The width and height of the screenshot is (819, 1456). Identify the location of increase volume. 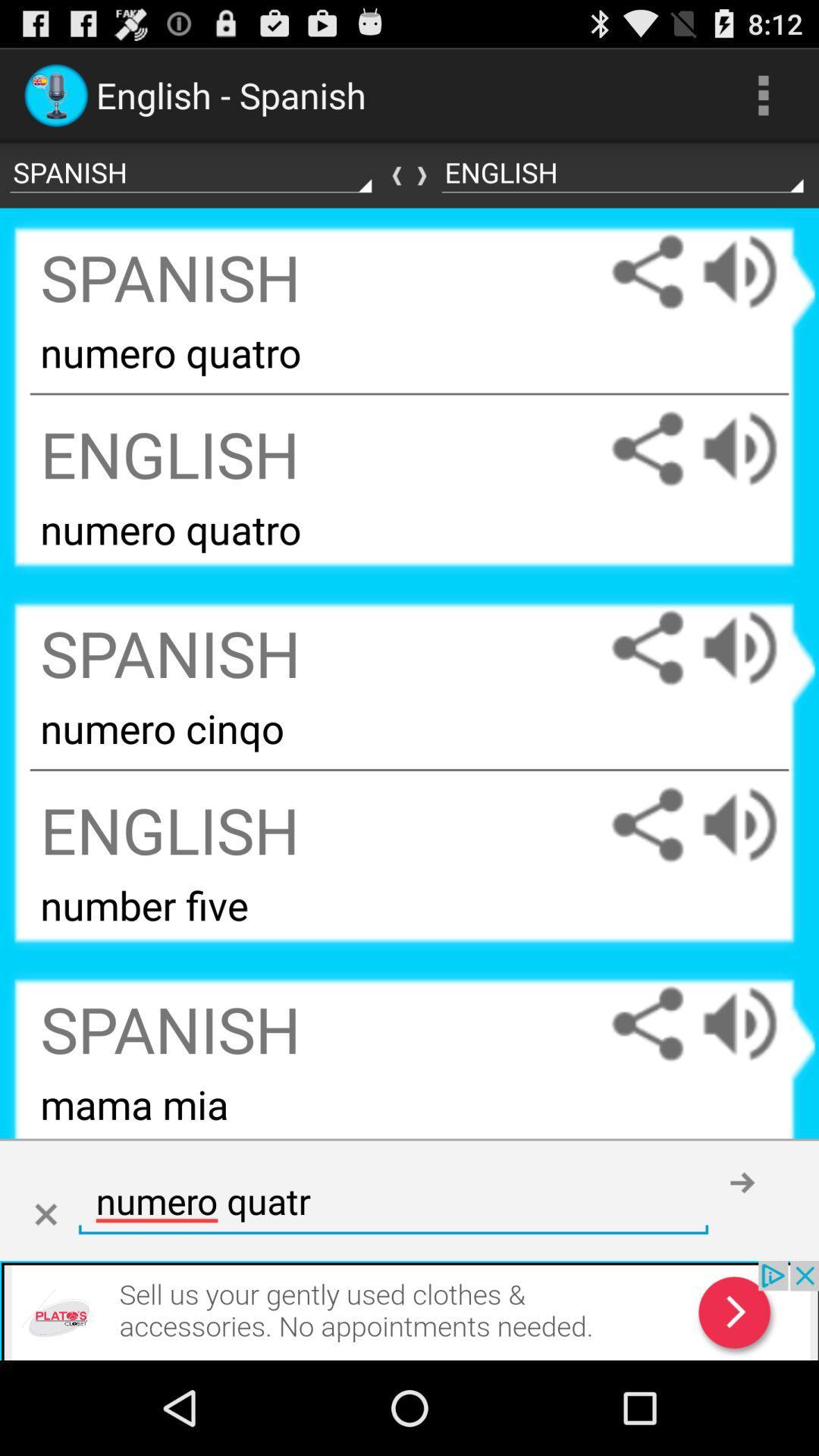
(755, 824).